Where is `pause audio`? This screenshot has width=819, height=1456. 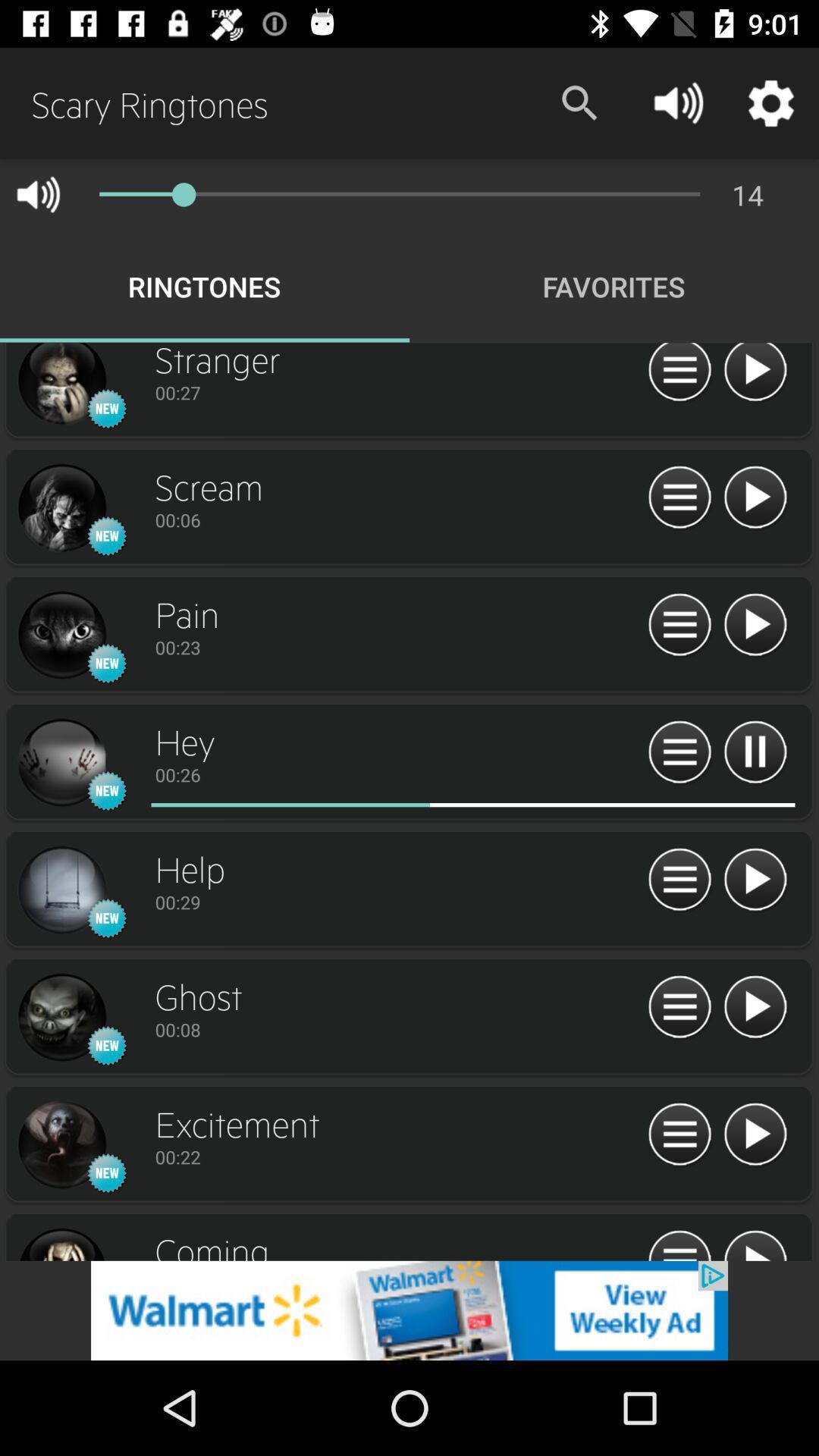
pause audio is located at coordinates (755, 753).